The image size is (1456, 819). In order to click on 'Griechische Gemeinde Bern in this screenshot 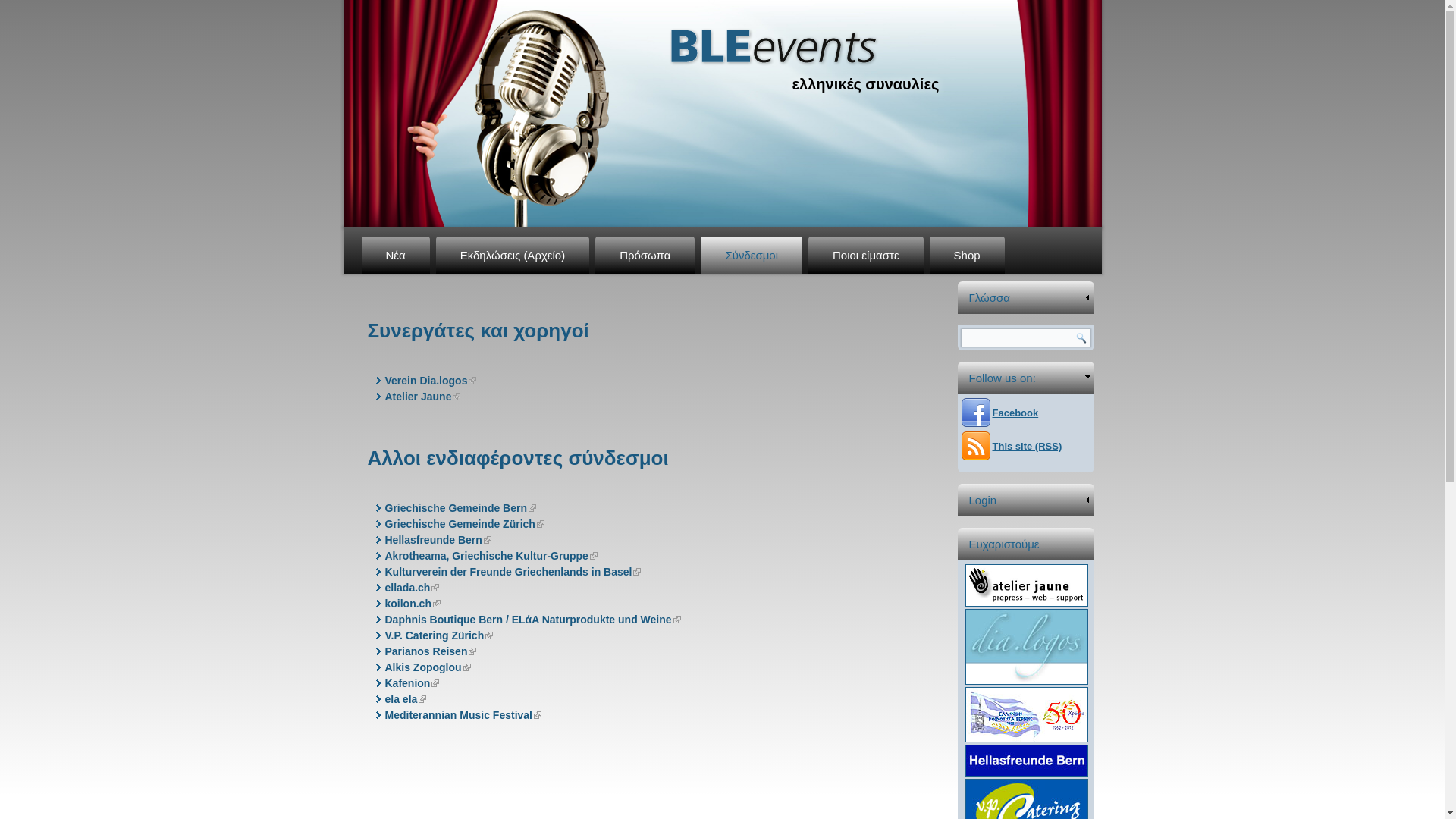, I will do `click(460, 508)`.